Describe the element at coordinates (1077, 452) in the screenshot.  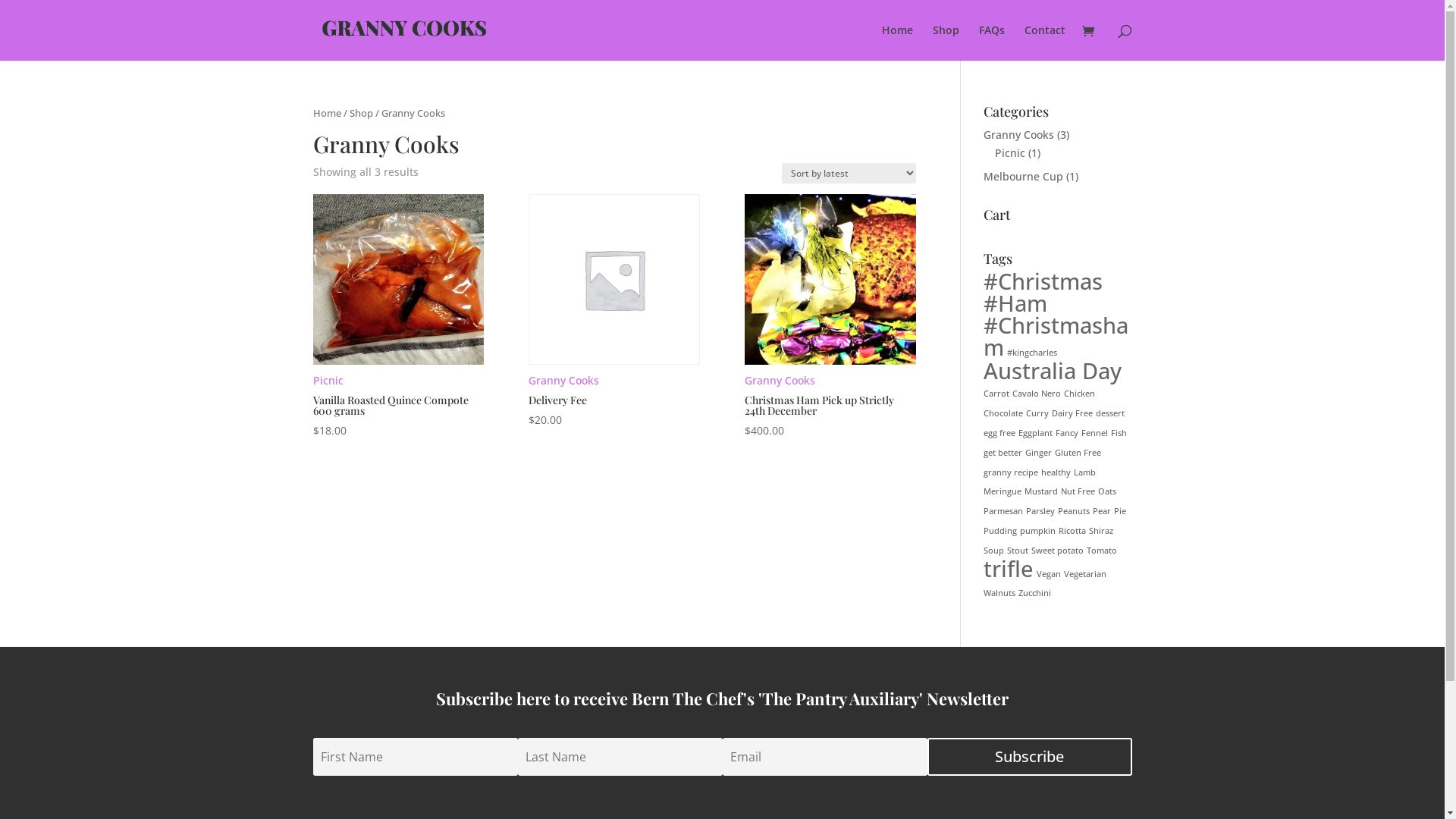
I see `'Gluten Free'` at that location.